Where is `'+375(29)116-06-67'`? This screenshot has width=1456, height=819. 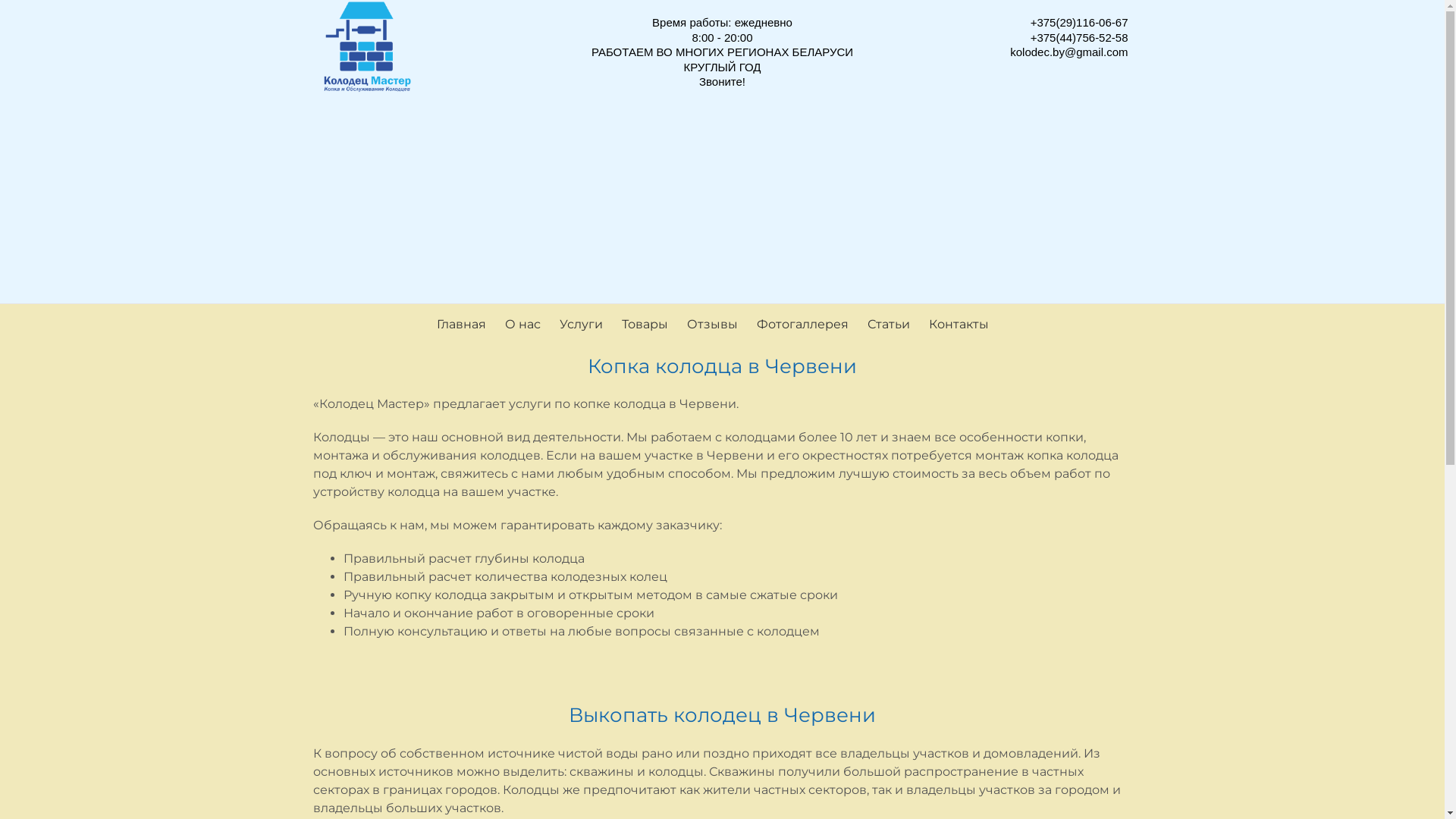 '+375(29)116-06-67' is located at coordinates (1078, 22).